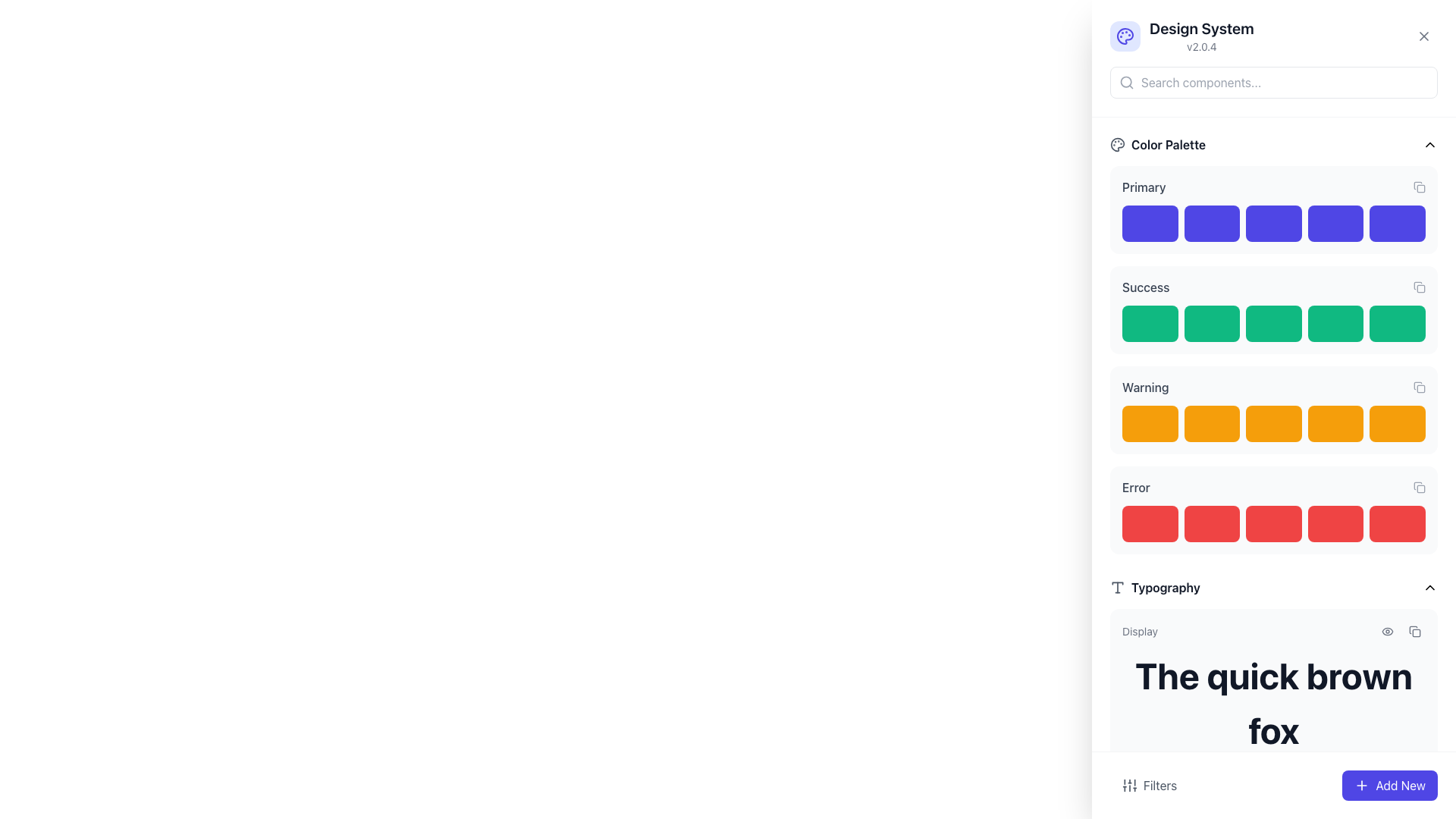  I want to click on the small plus icon embedded within the blue 'Add New' button located in the bottom-right corner of the interface, so click(1362, 785).